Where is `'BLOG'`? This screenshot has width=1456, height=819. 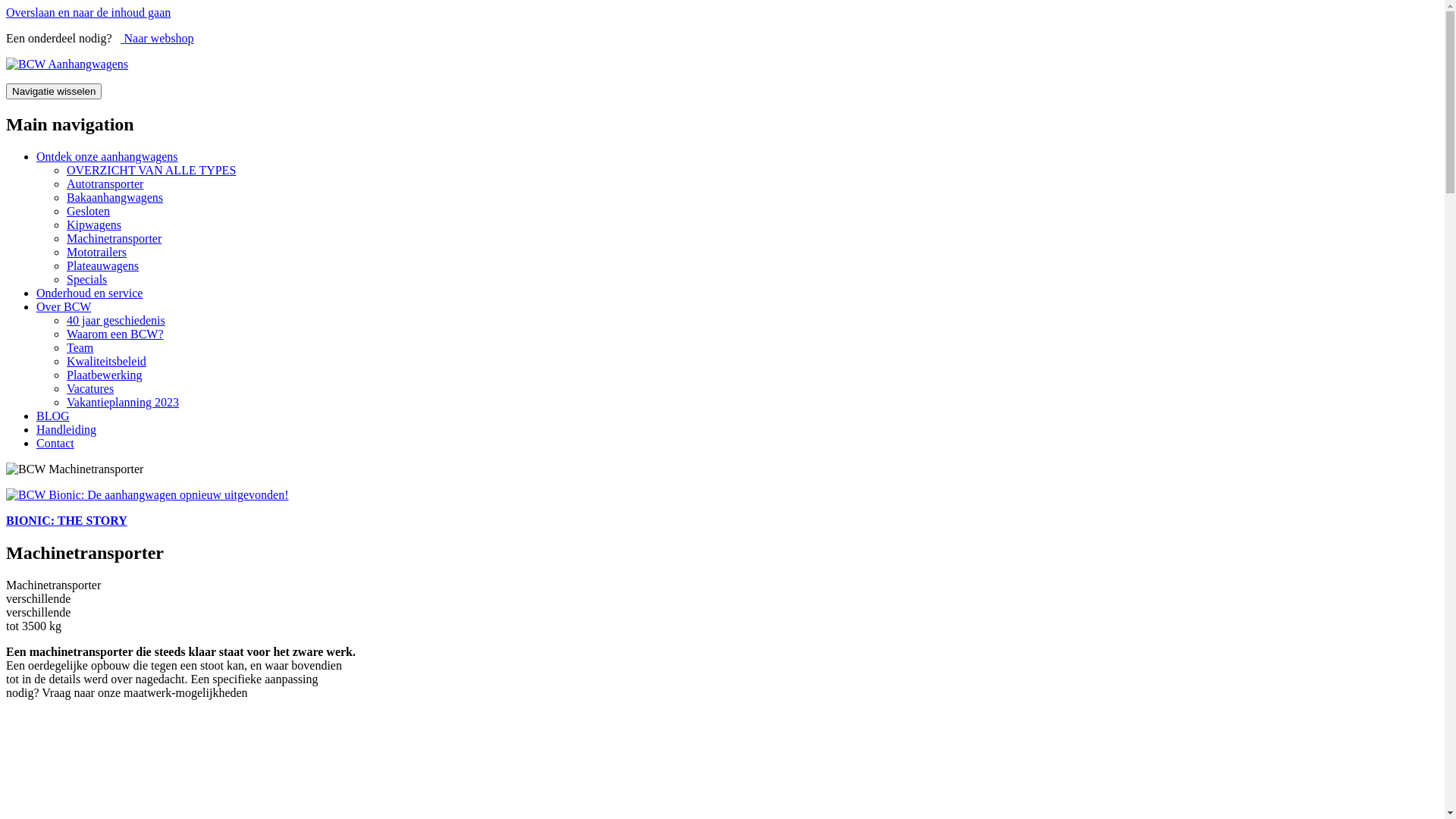 'BLOG' is located at coordinates (53, 416).